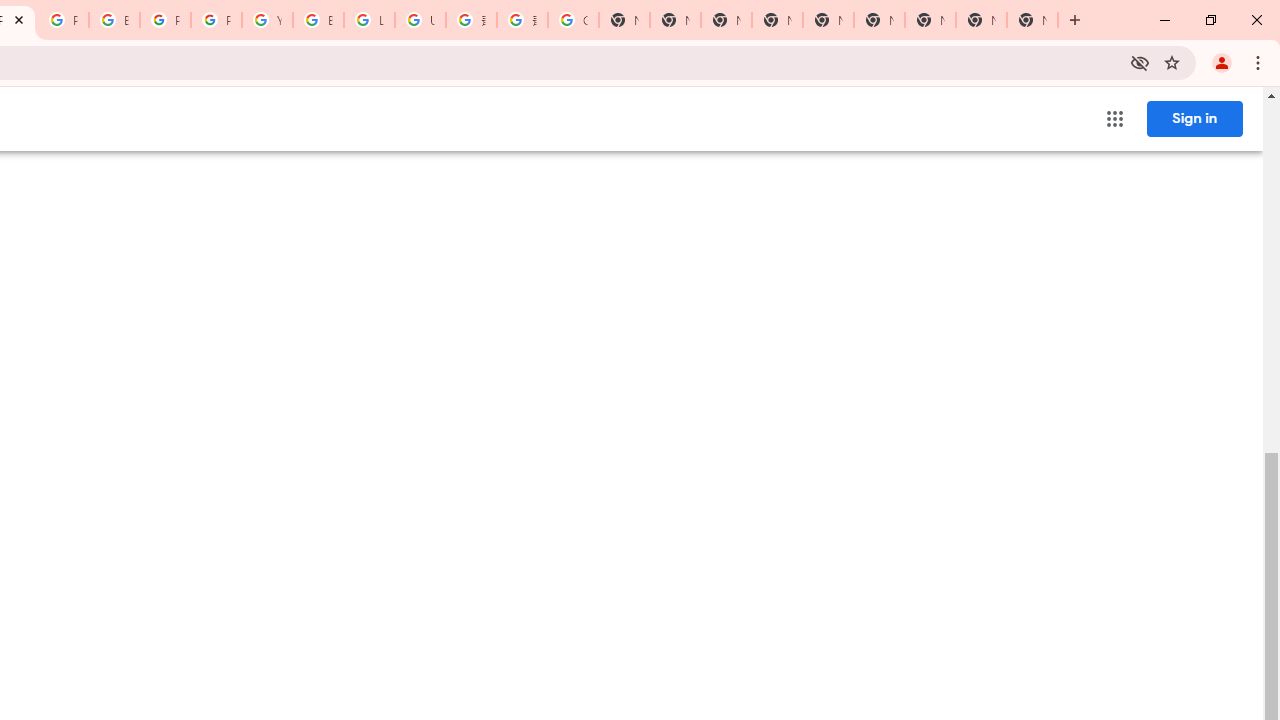 Image resolution: width=1280 pixels, height=720 pixels. Describe the element at coordinates (1113, 119) in the screenshot. I see `'Google apps'` at that location.